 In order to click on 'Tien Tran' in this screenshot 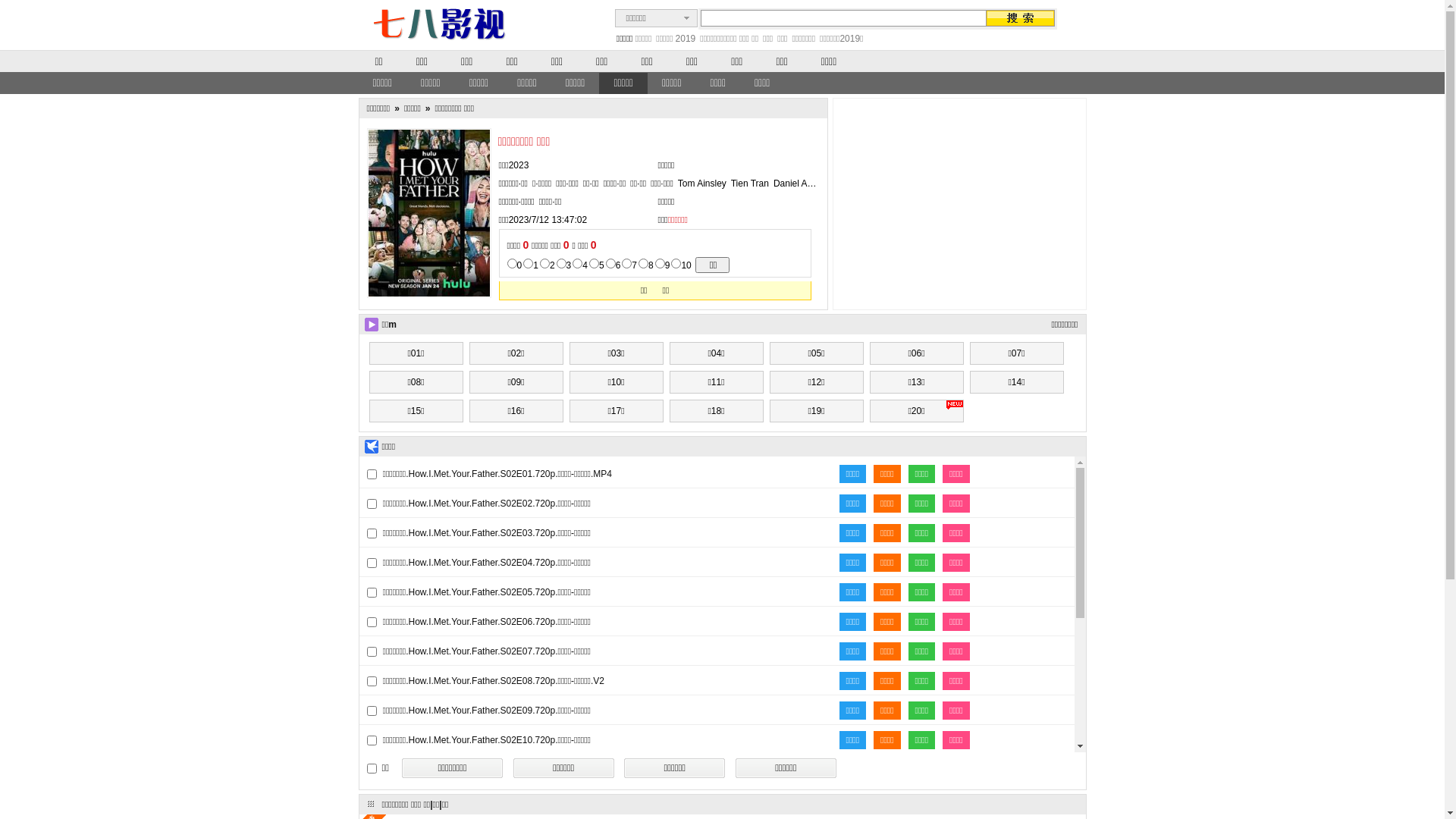, I will do `click(749, 183)`.